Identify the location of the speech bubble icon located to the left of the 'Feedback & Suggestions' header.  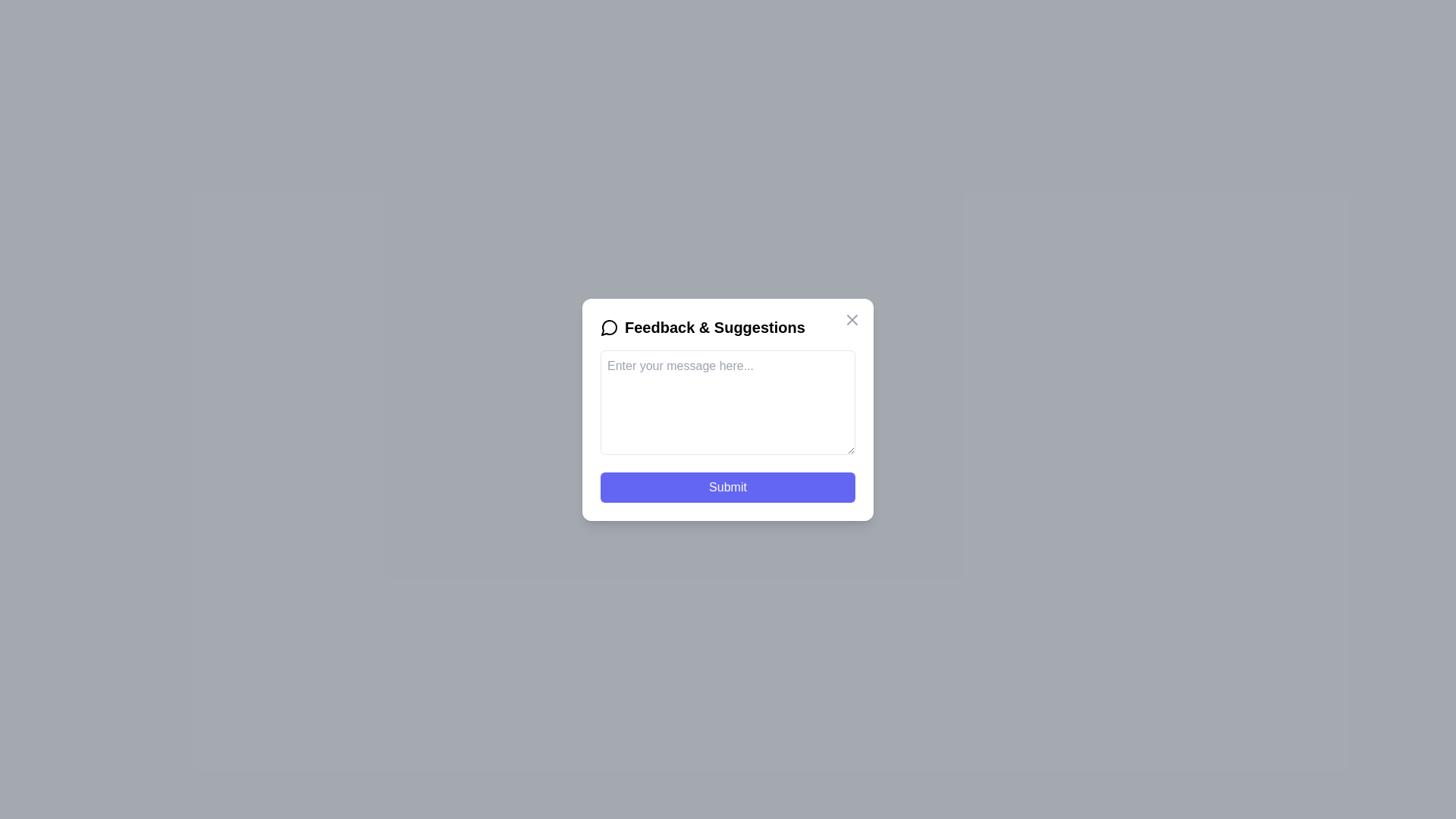
(610, 326).